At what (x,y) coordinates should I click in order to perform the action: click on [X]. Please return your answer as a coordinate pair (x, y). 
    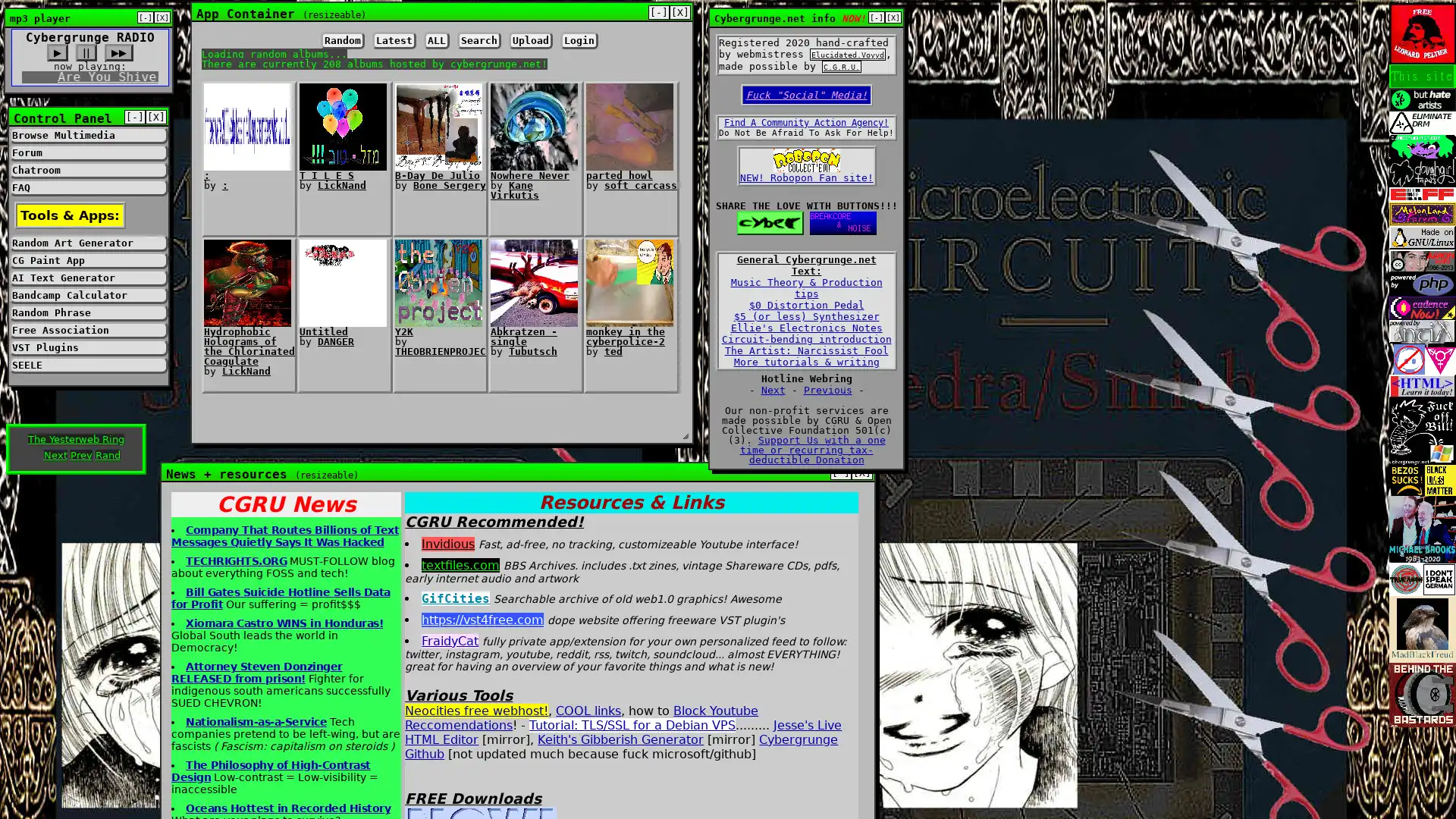
    Looking at the image, I should click on (862, 472).